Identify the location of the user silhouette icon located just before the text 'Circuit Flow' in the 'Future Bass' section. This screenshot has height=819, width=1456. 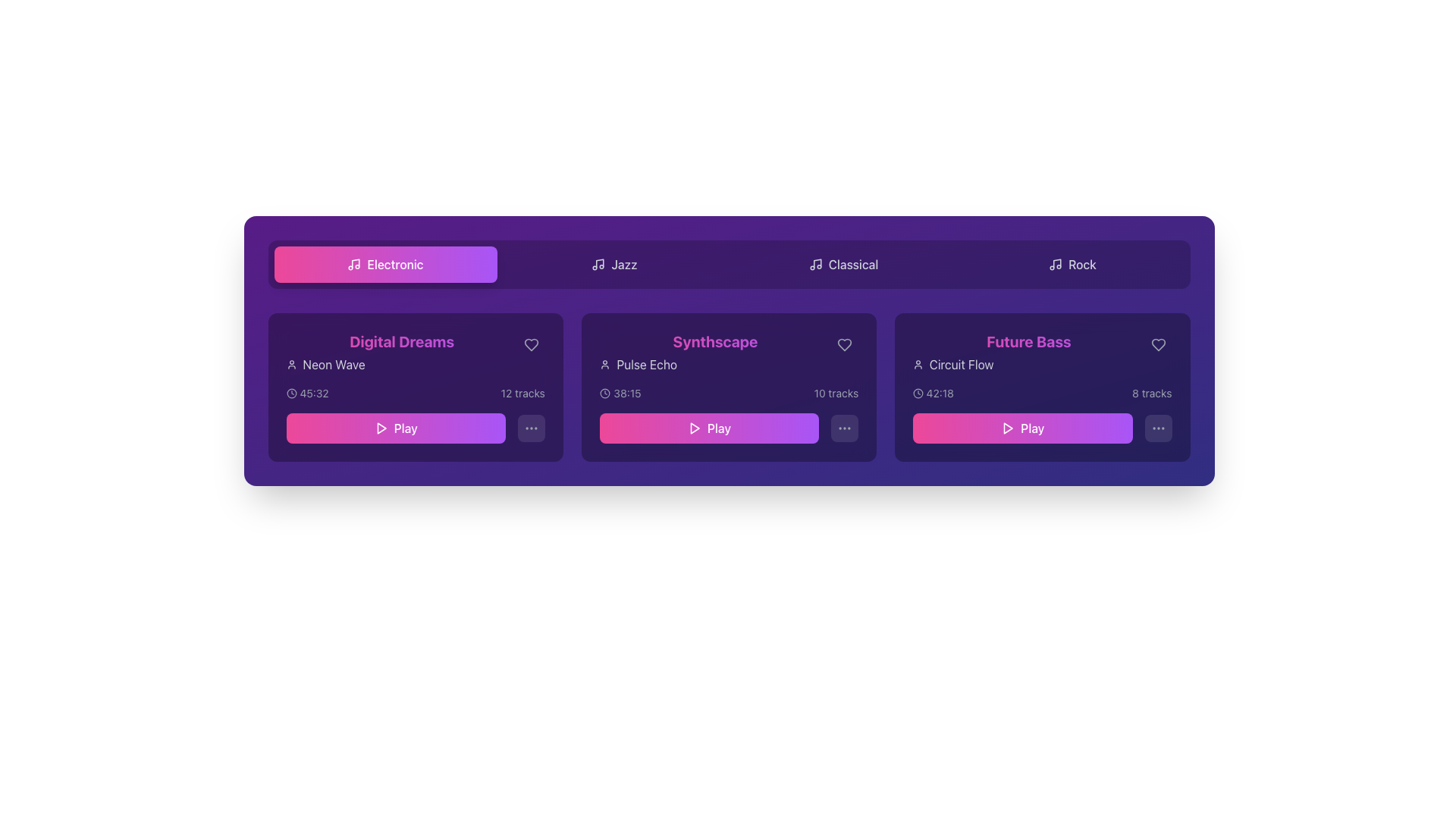
(918, 365).